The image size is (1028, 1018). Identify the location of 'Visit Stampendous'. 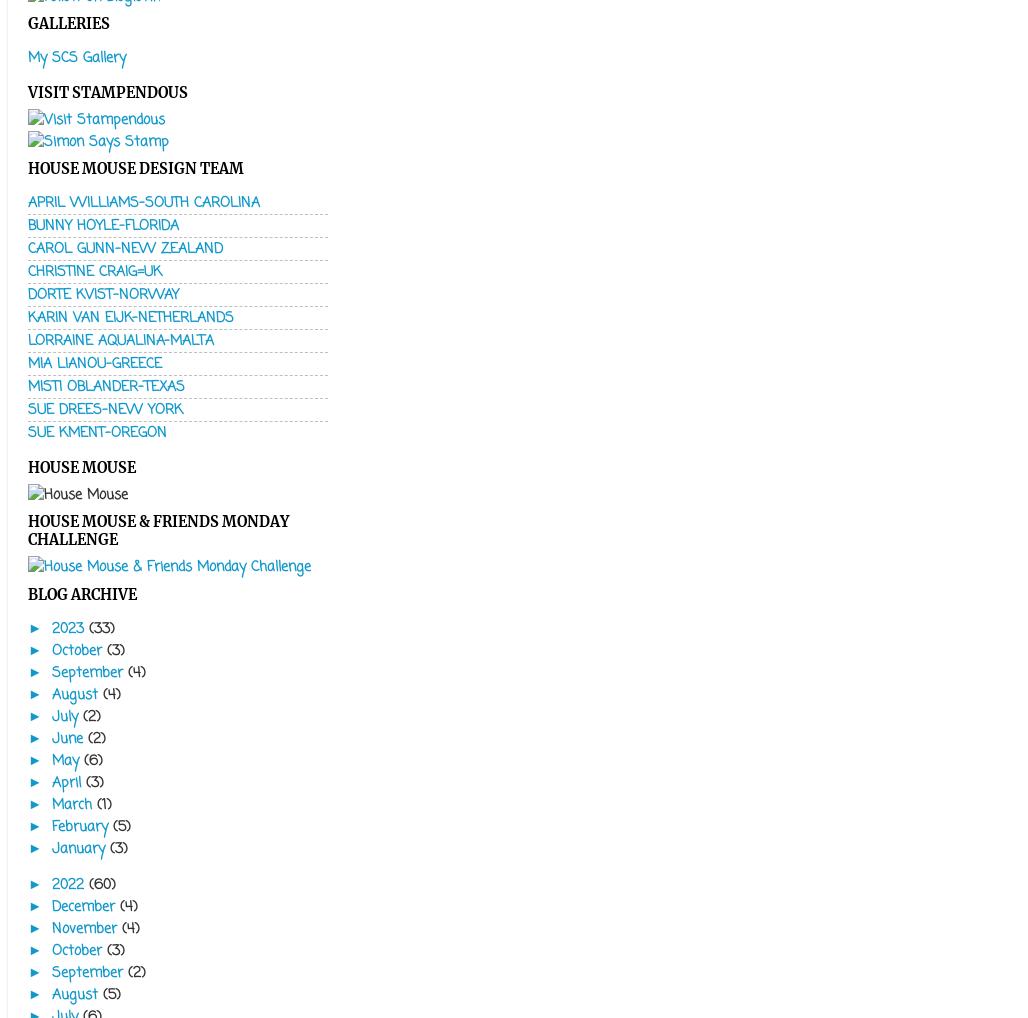
(107, 92).